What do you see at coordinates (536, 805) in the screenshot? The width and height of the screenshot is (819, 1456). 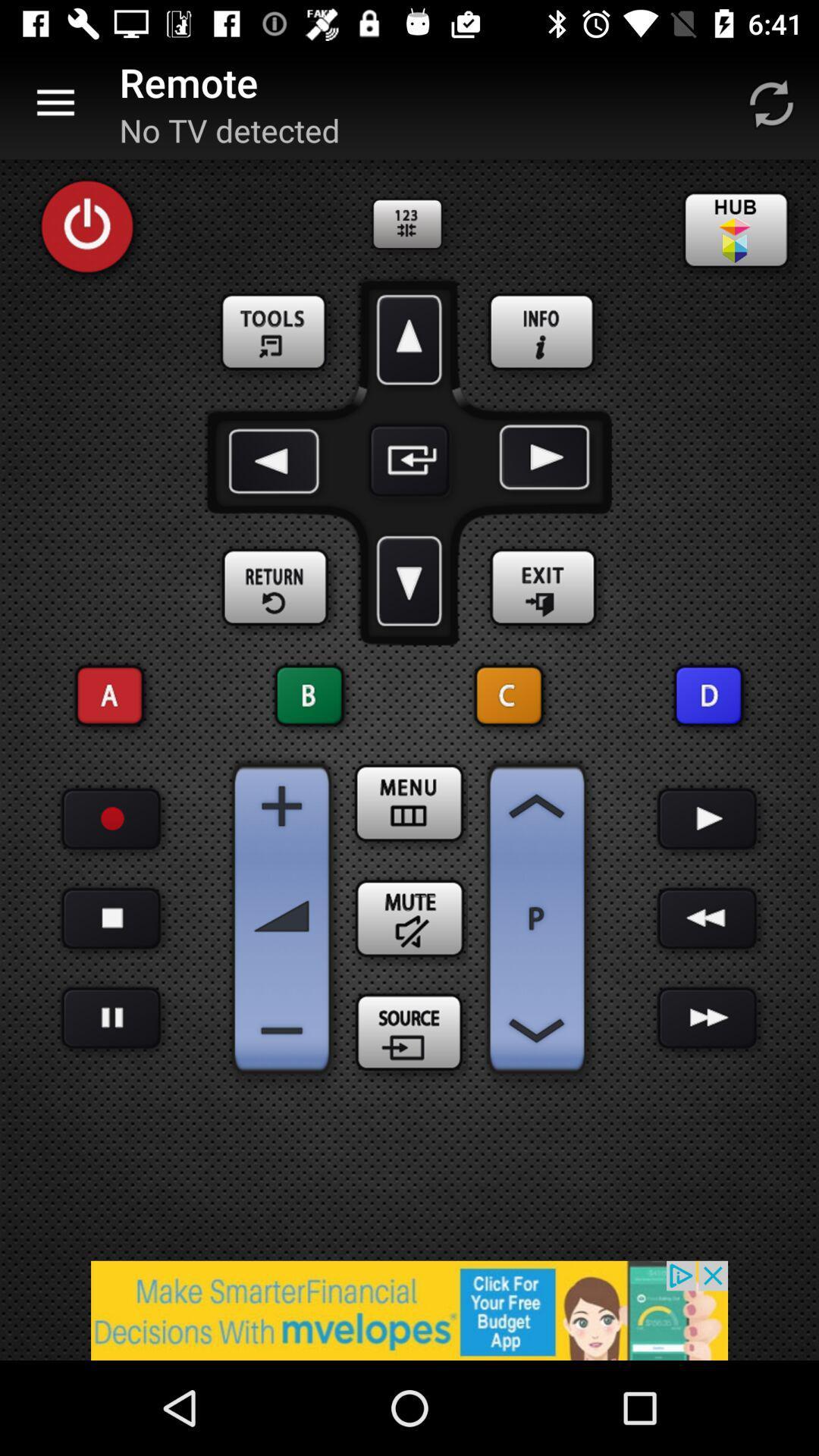 I see `the expand_less icon` at bounding box center [536, 805].